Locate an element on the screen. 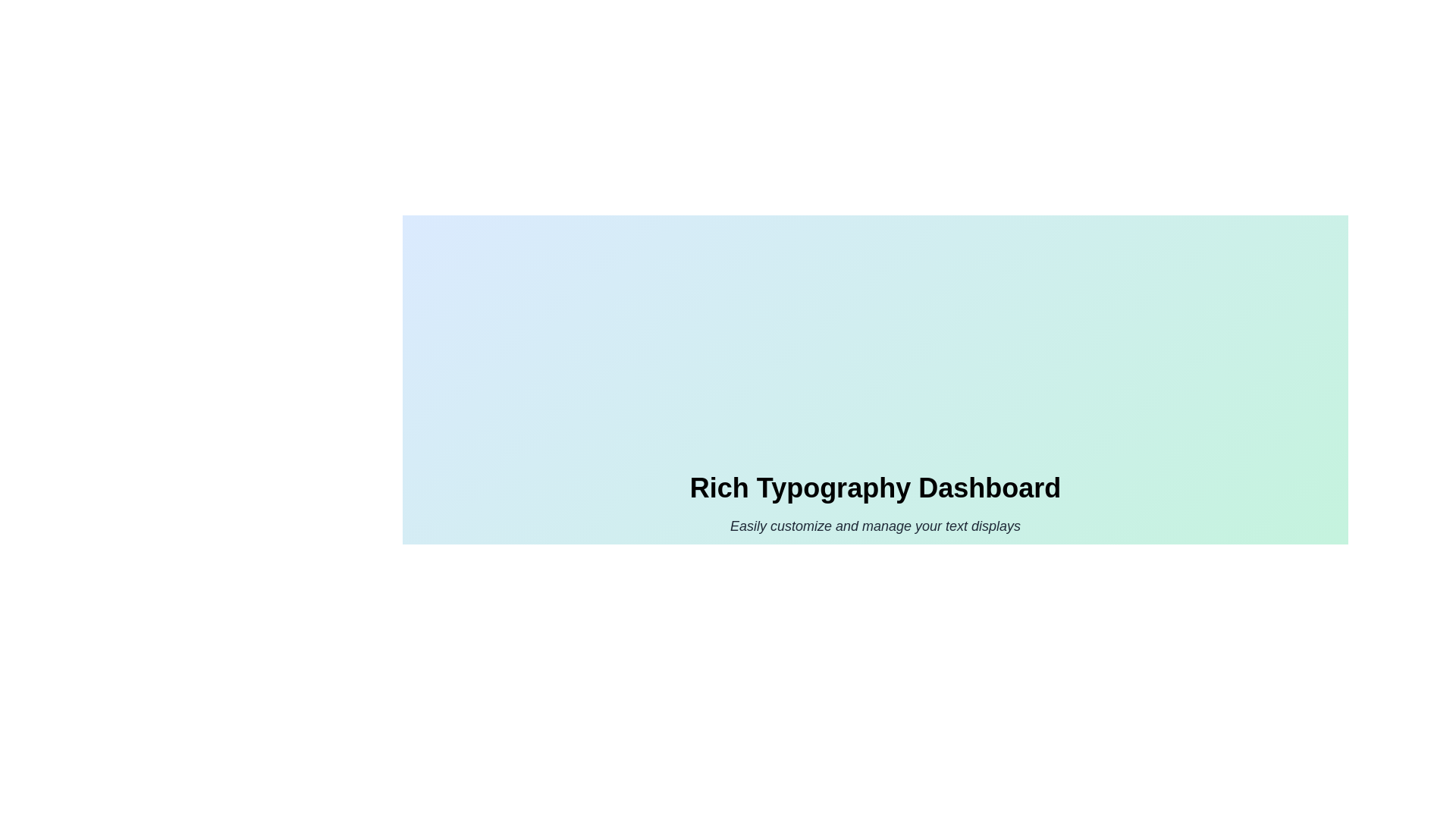 The height and width of the screenshot is (819, 1456). the text-based informational component displaying 'Rich Typography Dashboard' and its subtitle, which is centered on a gradient background is located at coordinates (875, 505).